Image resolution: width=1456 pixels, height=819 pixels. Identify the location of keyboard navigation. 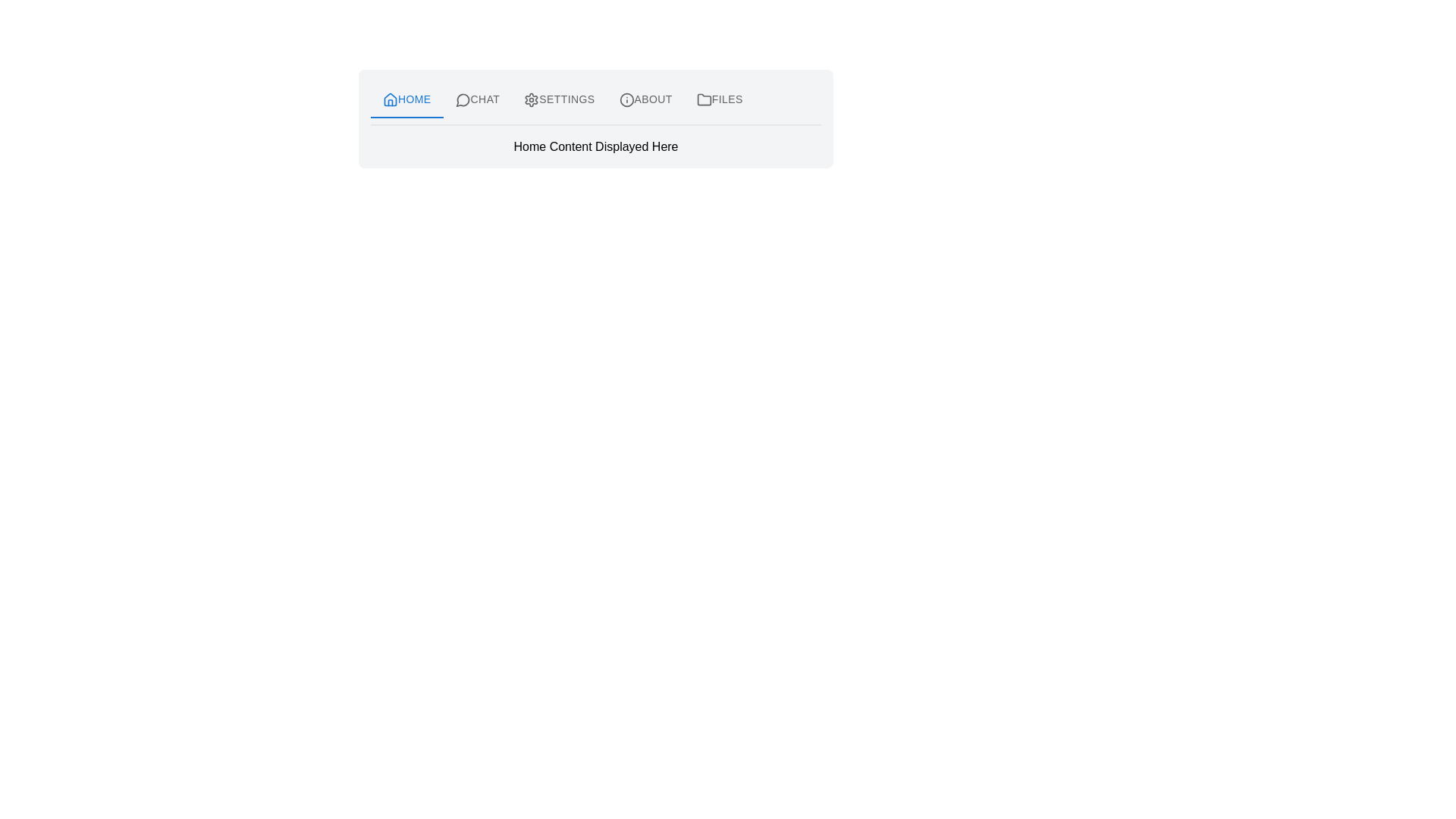
(476, 99).